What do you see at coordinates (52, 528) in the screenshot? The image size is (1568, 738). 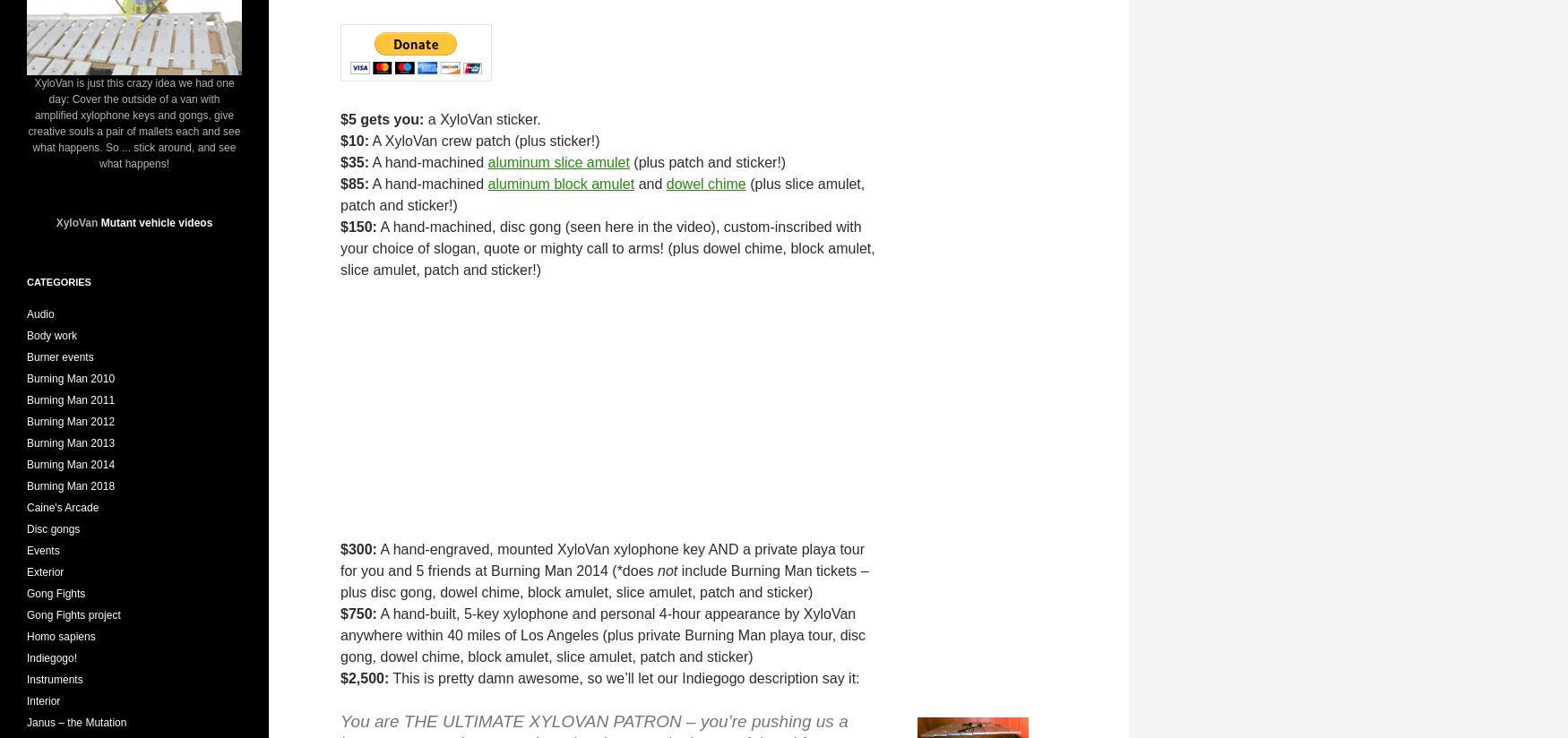 I see `'Disc gongs'` at bounding box center [52, 528].